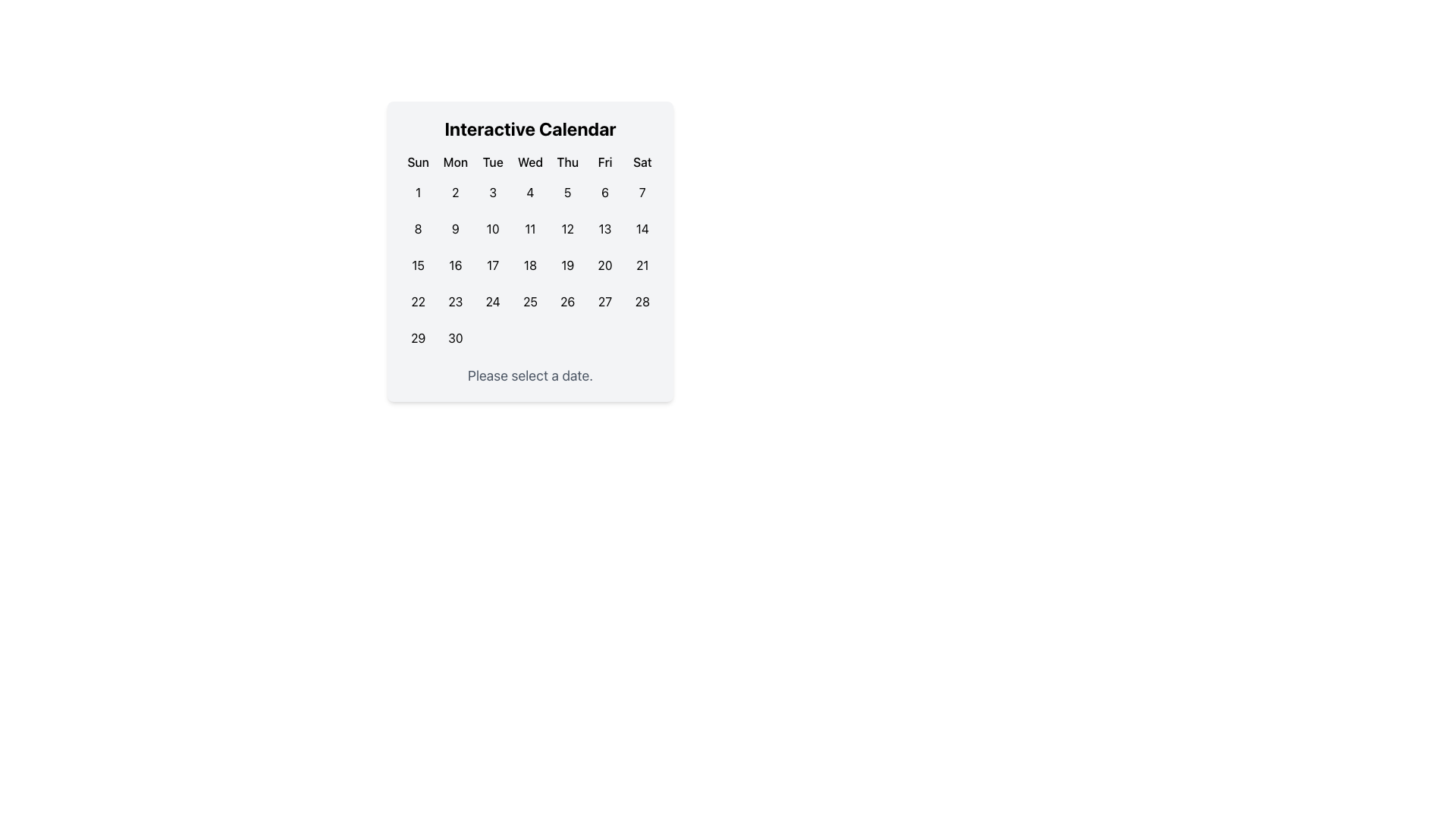 Image resolution: width=1456 pixels, height=819 pixels. What do you see at coordinates (454, 192) in the screenshot?
I see `the interactive calendar day item representing the number '2'` at bounding box center [454, 192].